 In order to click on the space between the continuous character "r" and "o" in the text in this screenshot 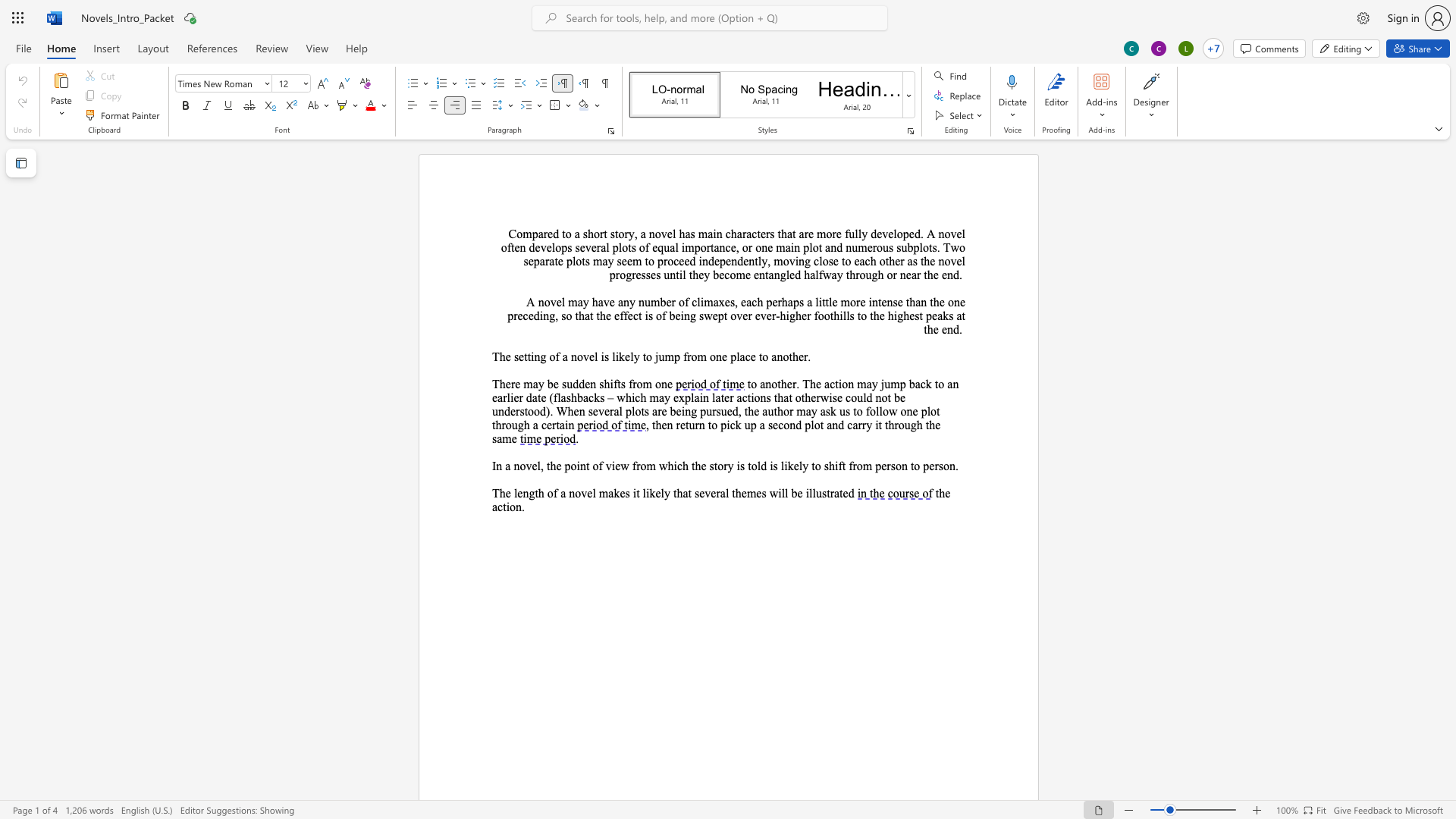, I will do `click(691, 356)`.